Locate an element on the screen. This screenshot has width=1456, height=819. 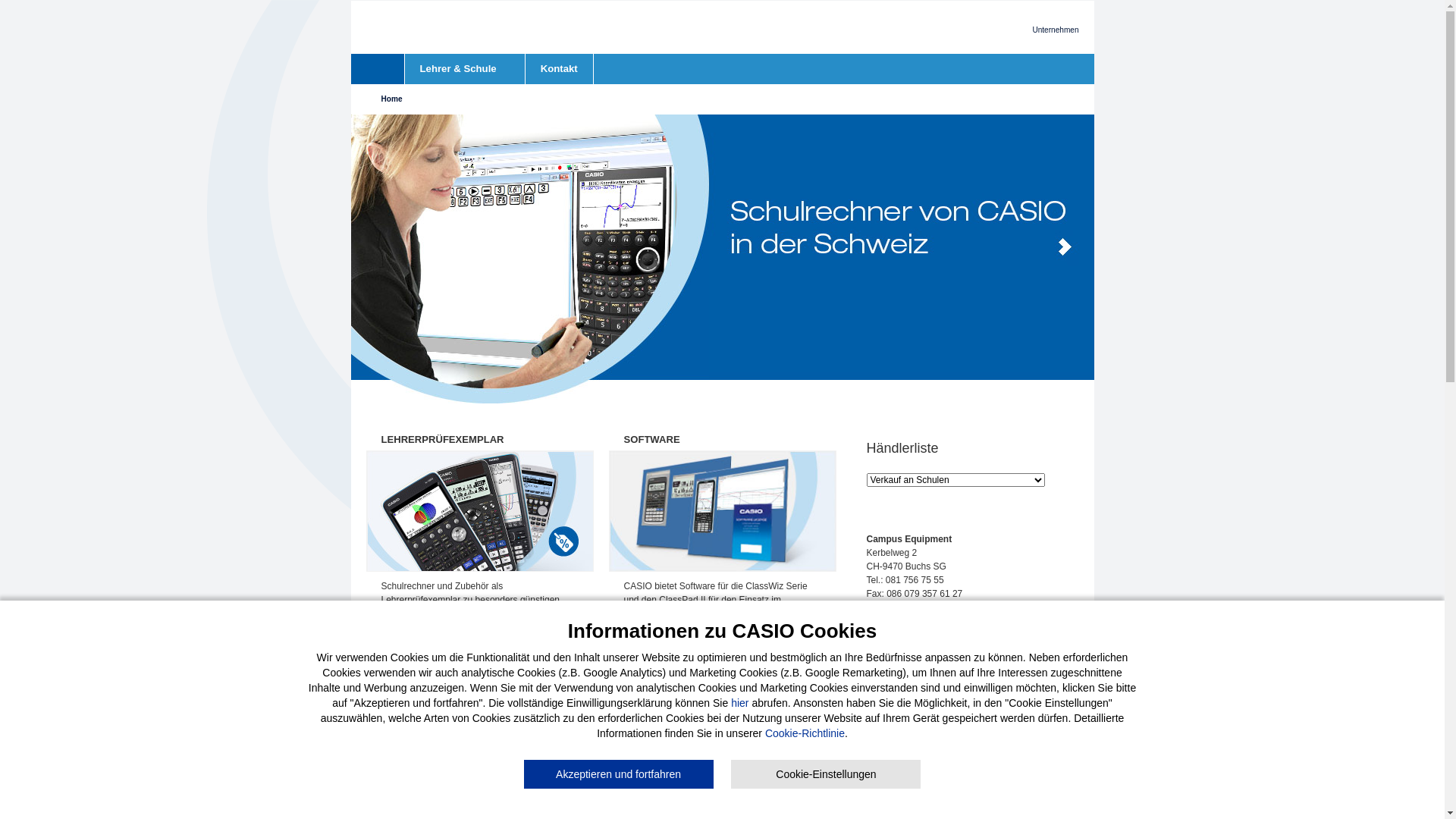
'Cookie-Richtlinie' is located at coordinates (804, 733).